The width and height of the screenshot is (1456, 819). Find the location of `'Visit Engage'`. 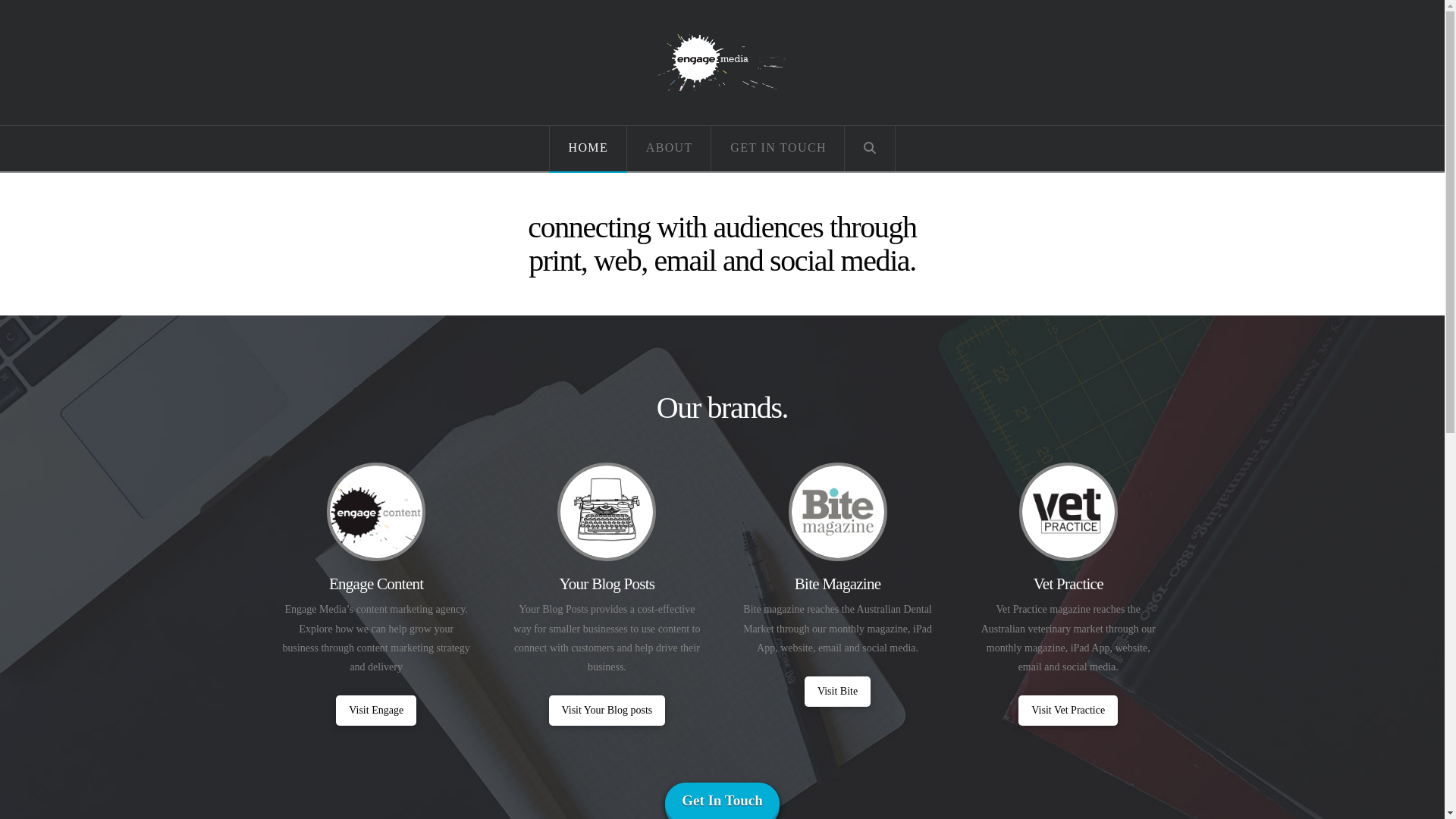

'Visit Engage' is located at coordinates (375, 711).